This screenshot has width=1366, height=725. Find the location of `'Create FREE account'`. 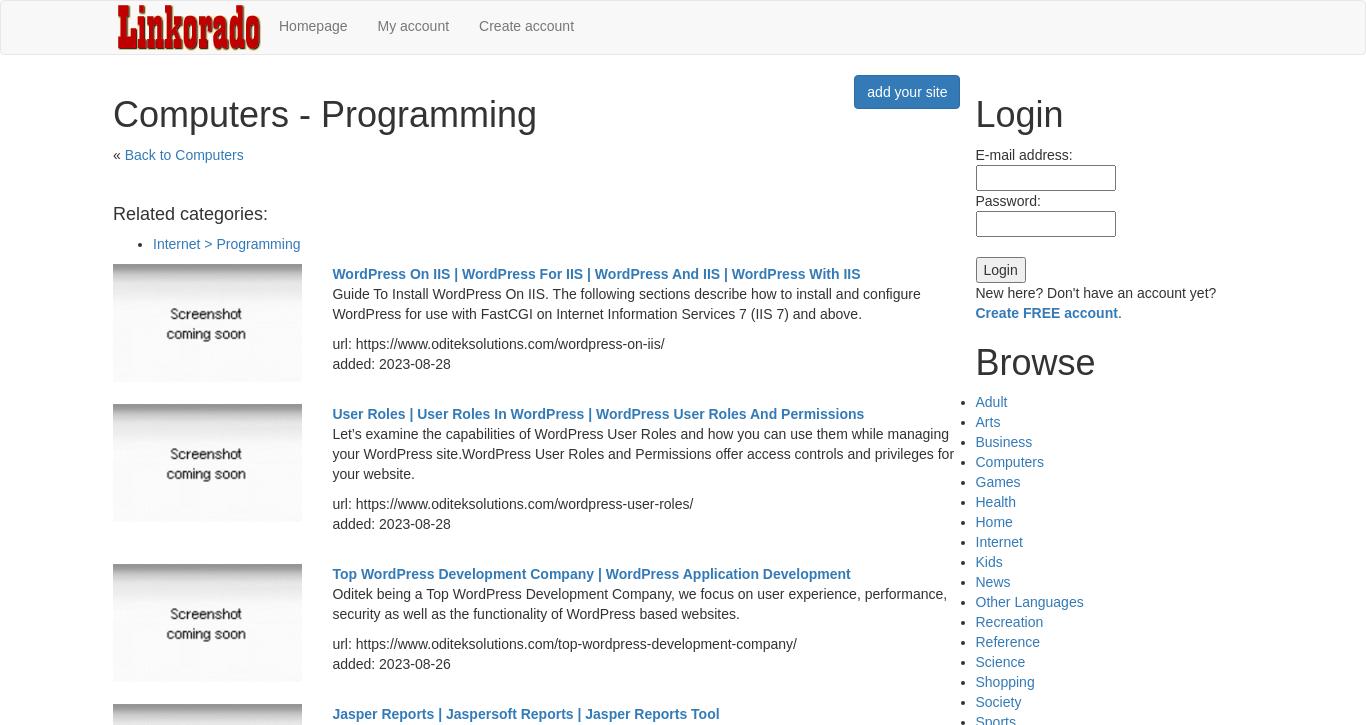

'Create FREE account' is located at coordinates (1044, 311).